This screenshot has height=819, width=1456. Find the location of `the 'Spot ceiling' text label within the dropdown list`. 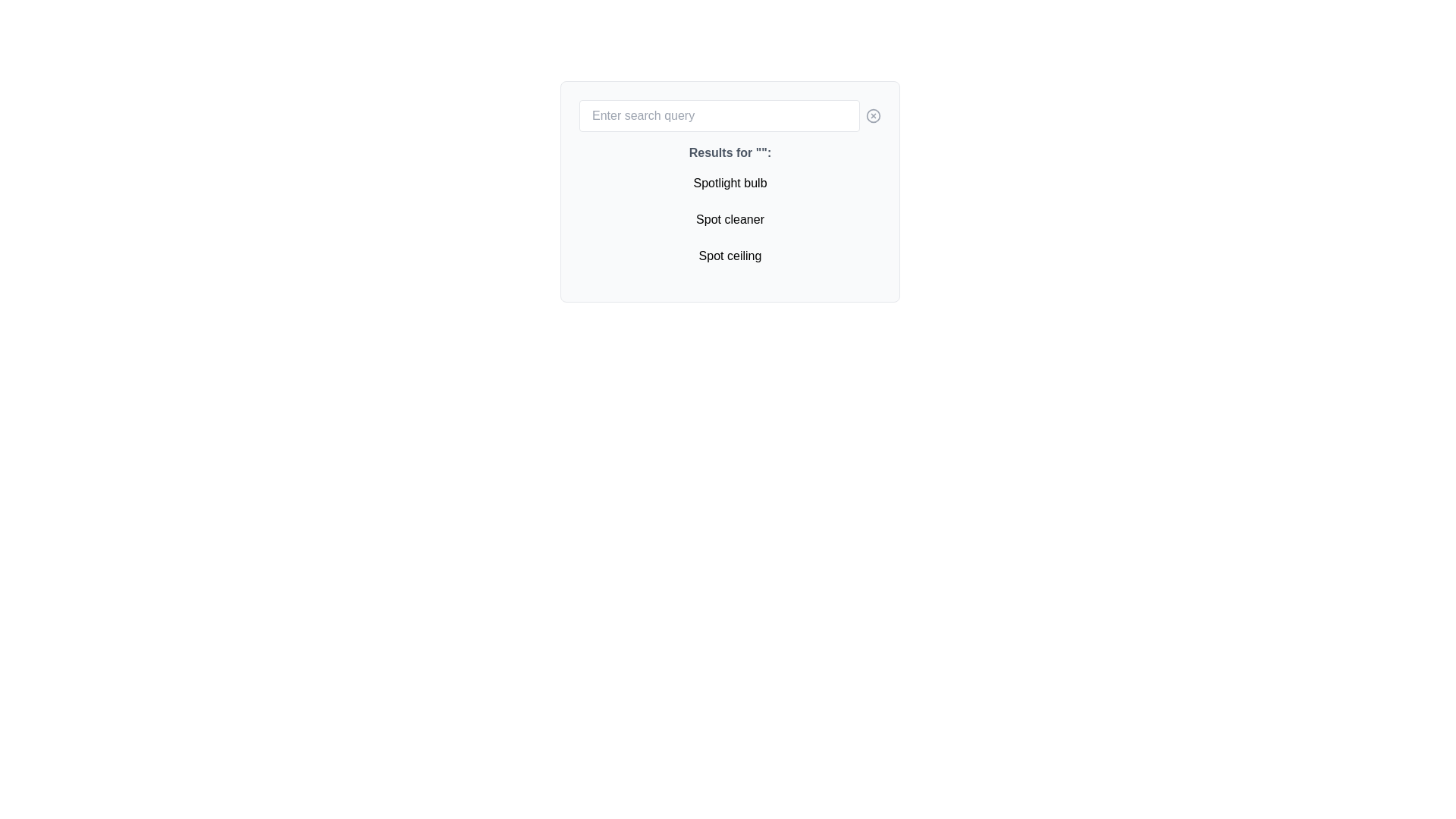

the 'Spot ceiling' text label within the dropdown list is located at coordinates (730, 256).